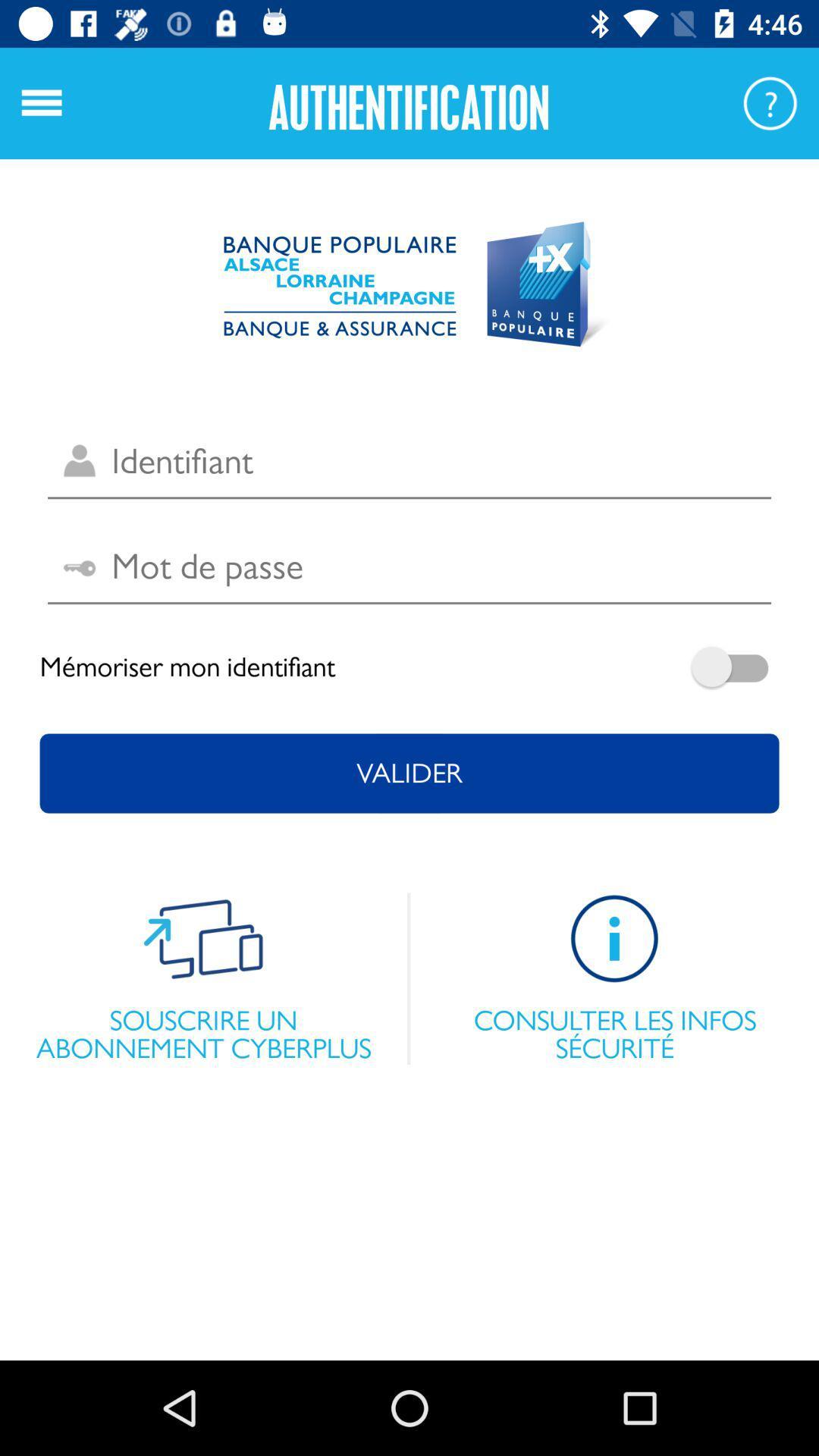 Image resolution: width=819 pixels, height=1456 pixels. Describe the element at coordinates (770, 102) in the screenshot. I see `the question mark icon` at that location.